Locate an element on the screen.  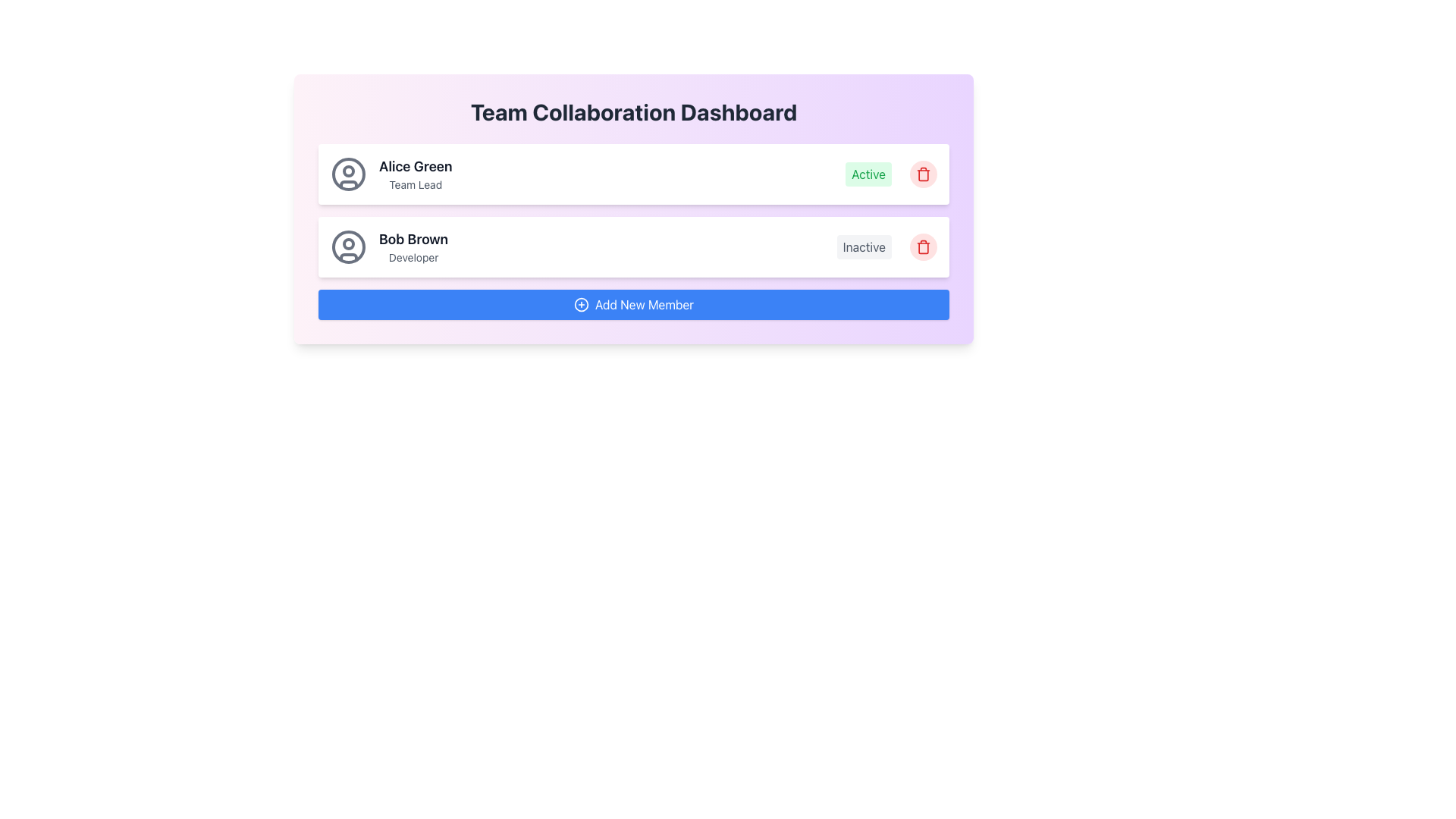
the text label displaying 'Bob Brown' in bold font, located at the top of its card which is the second in a vertical list of cards is located at coordinates (413, 239).